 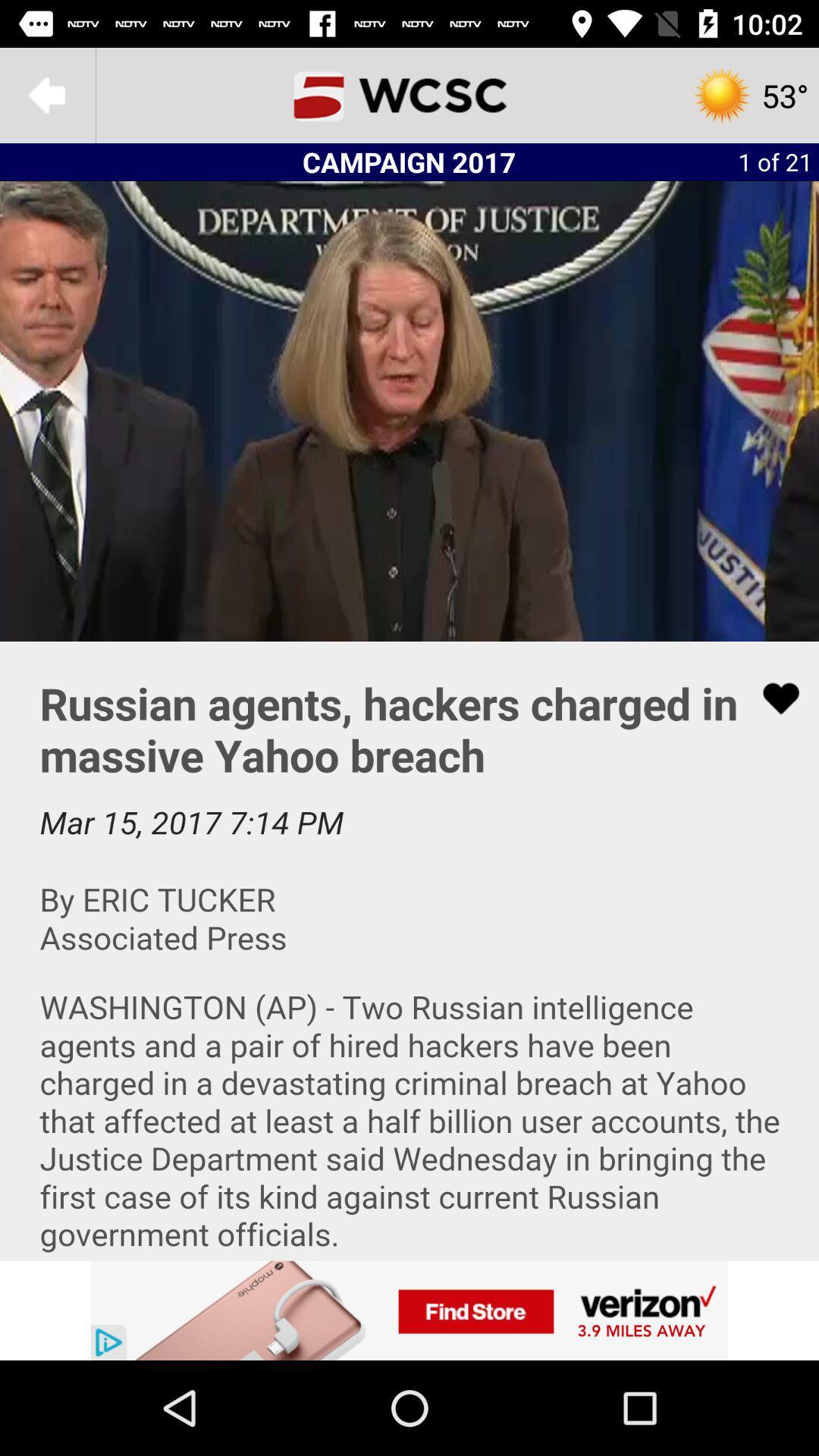 I want to click on to favorites, so click(x=771, y=698).